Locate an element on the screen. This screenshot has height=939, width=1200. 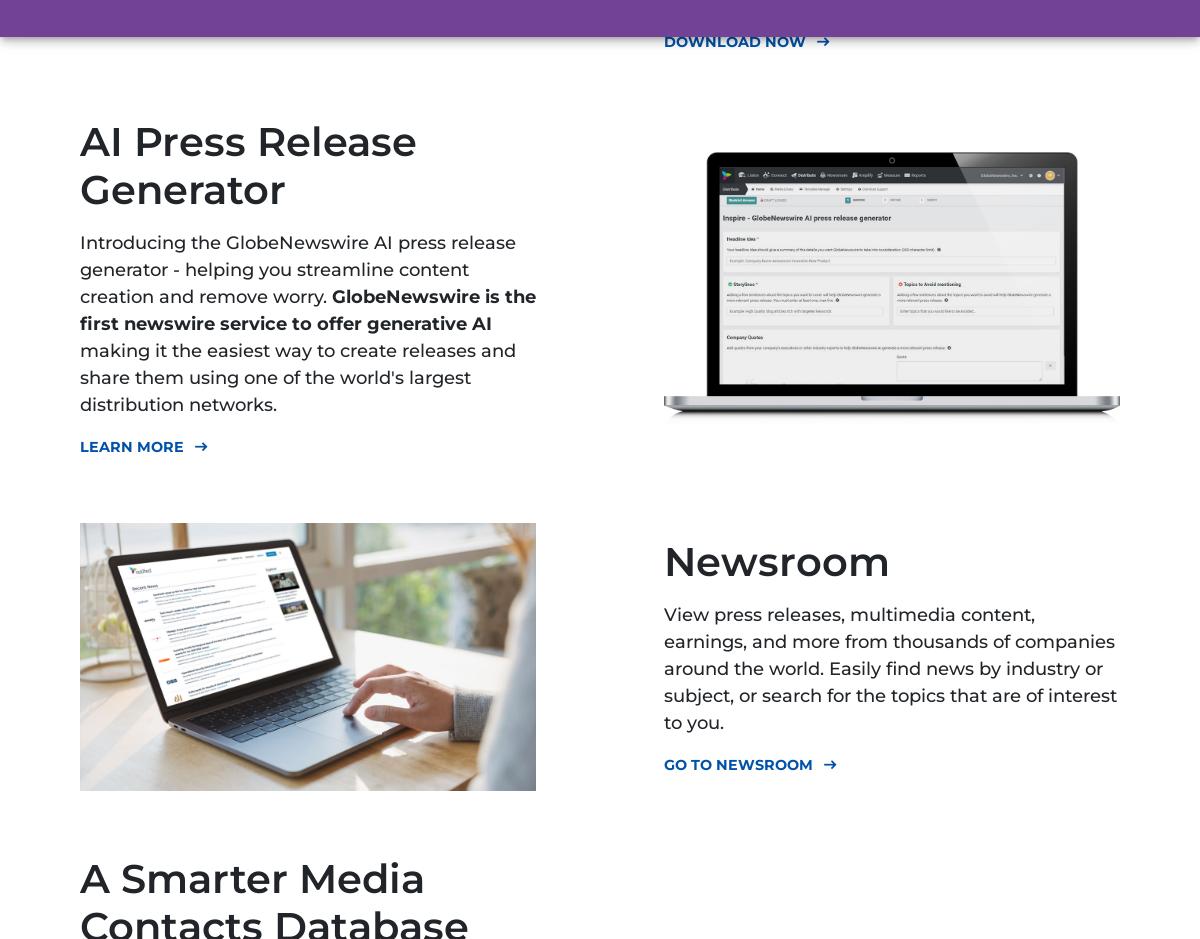
'GlobeNewswire is the first newswire service to offer generative AI' is located at coordinates (308, 309).